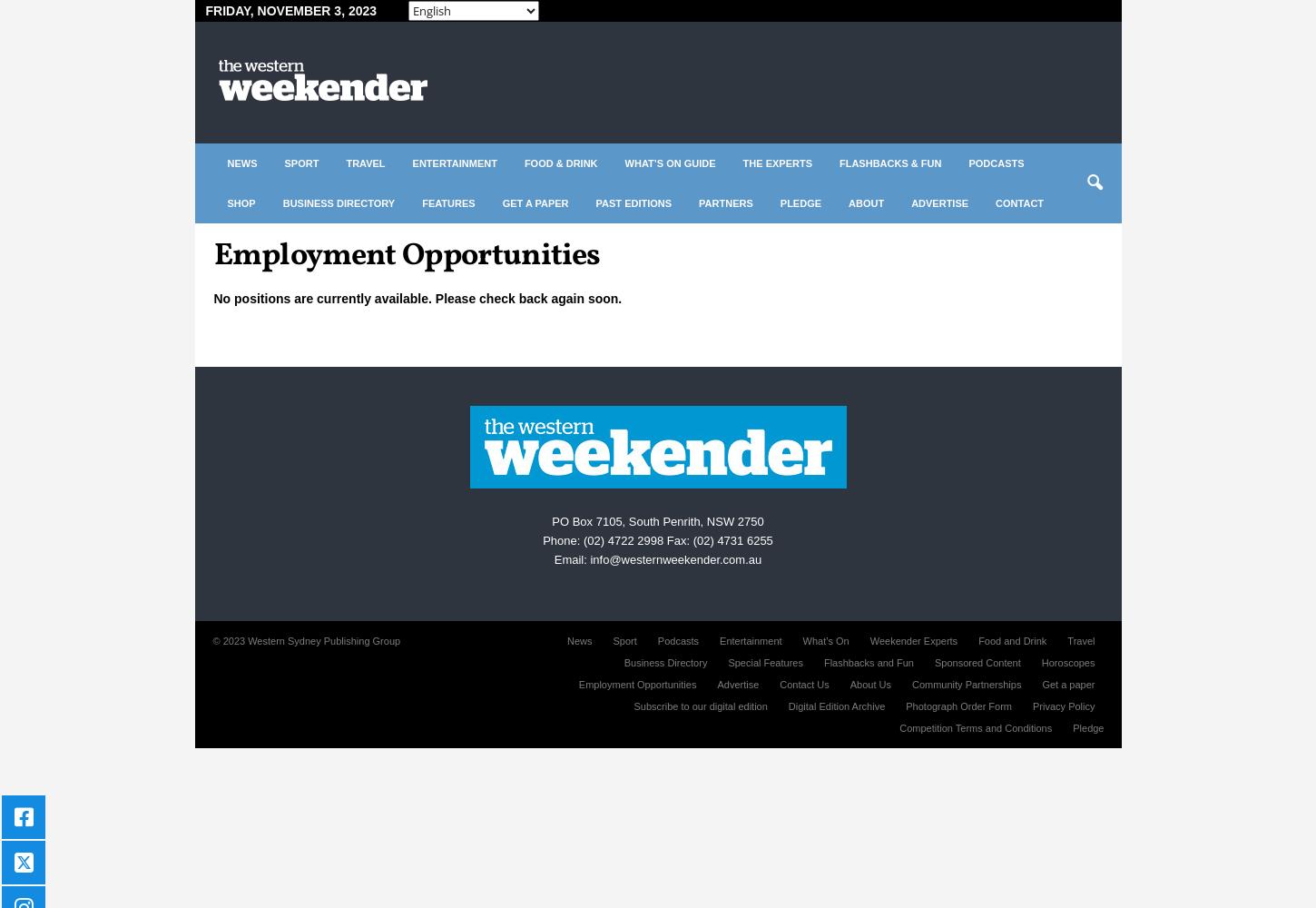  I want to click on 'Friday, November 3, 2023', so click(290, 11).